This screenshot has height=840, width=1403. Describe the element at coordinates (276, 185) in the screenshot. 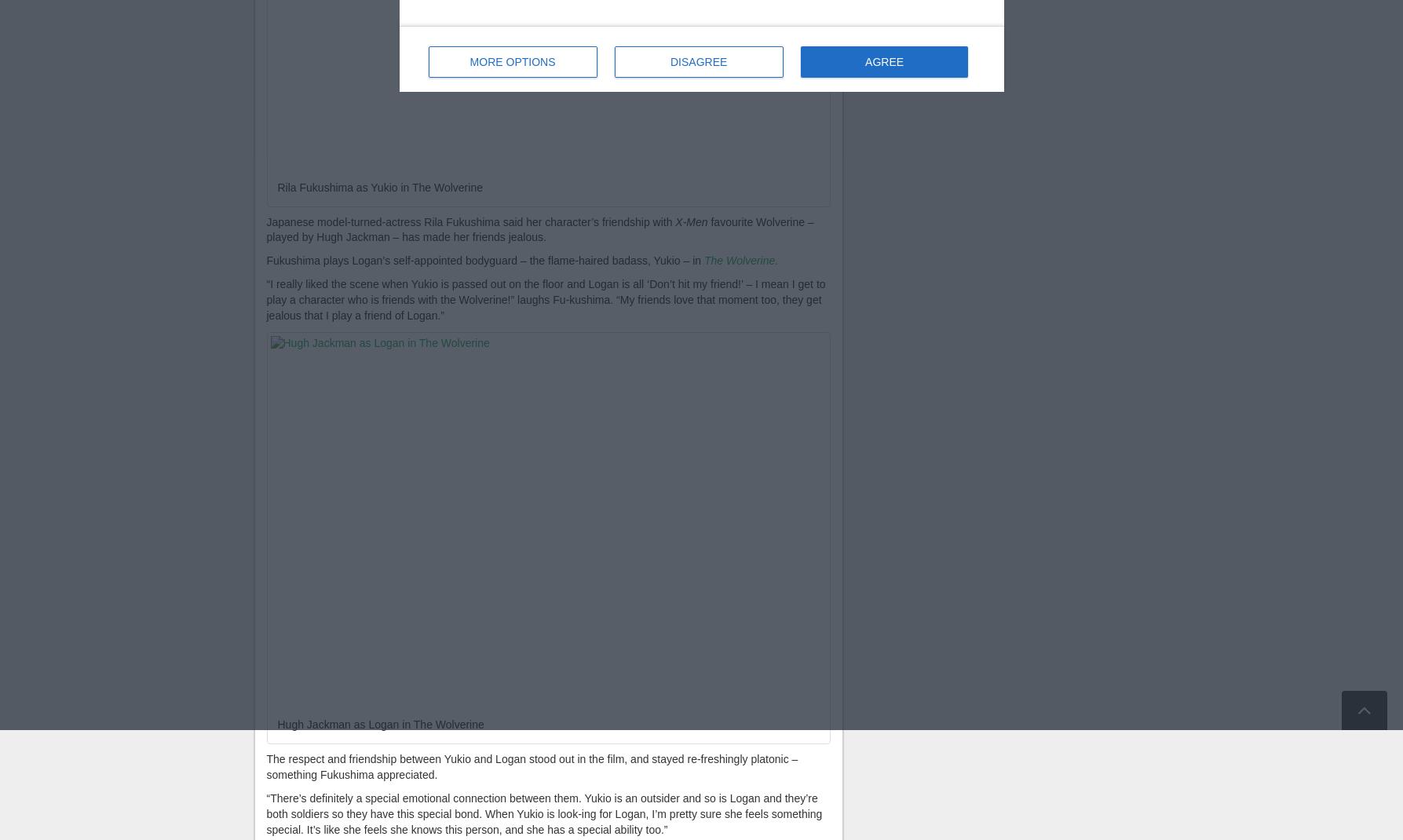

I see `'Rila Fukushima as Yukio in The Wolverine'` at that location.